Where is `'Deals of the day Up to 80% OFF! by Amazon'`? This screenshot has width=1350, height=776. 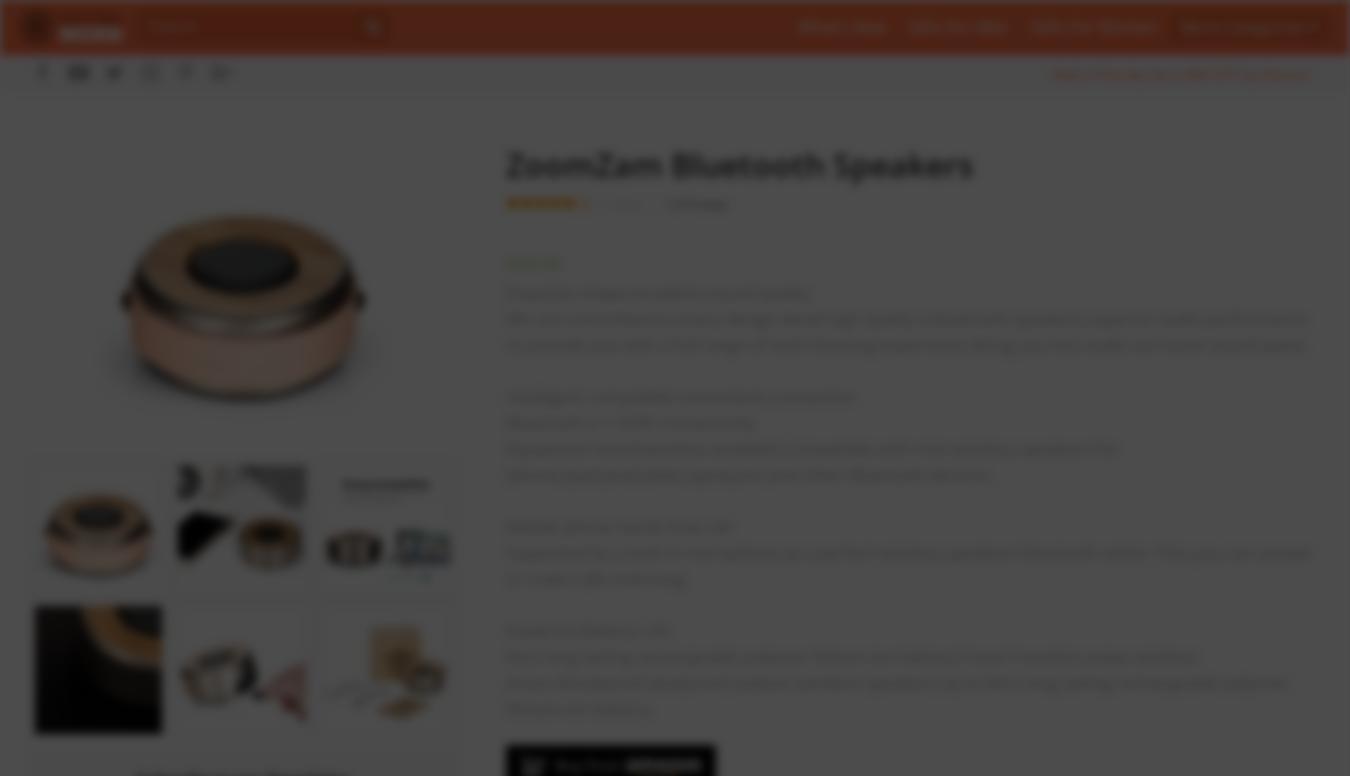
'Deals of the day Up to 80% OFF! by Amazon' is located at coordinates (1050, 73).